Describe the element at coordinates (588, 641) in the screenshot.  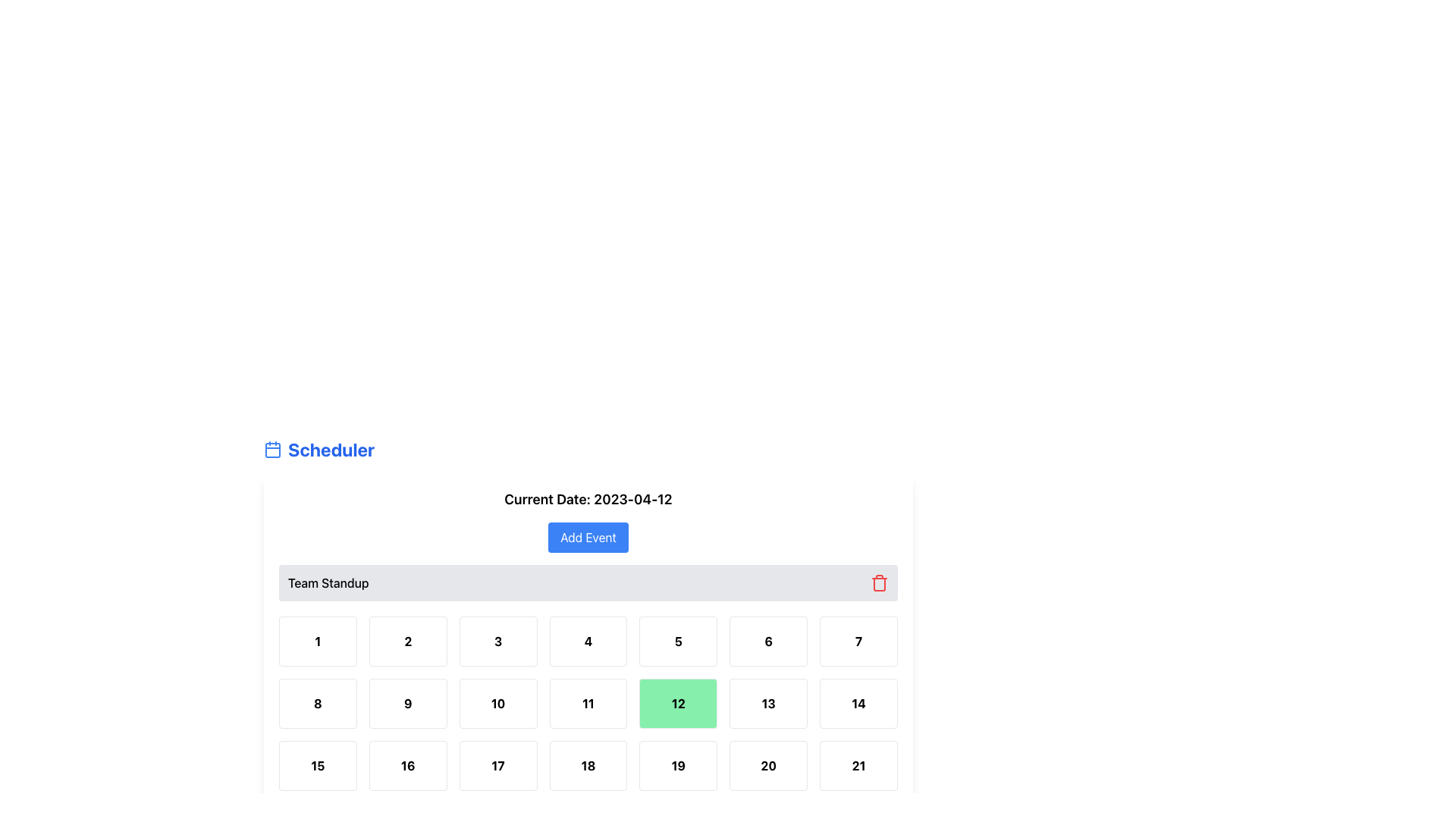
I see `the calendar cell labeled with the bold number '4', which is the fourth square in the top row under the 'Team Standup' header` at that location.